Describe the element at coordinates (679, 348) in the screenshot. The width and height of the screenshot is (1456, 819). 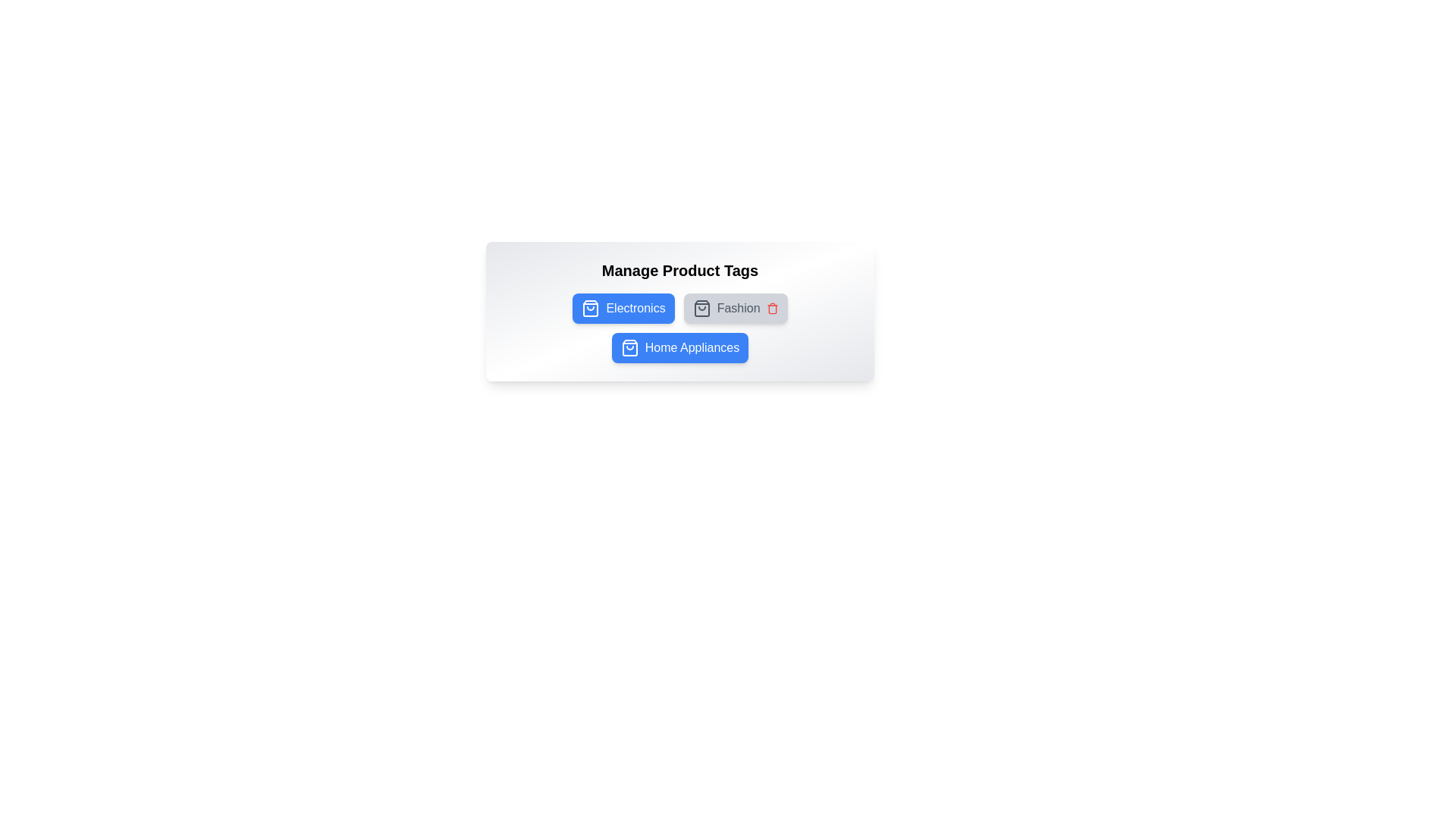
I see `the tag Home Appliances` at that location.